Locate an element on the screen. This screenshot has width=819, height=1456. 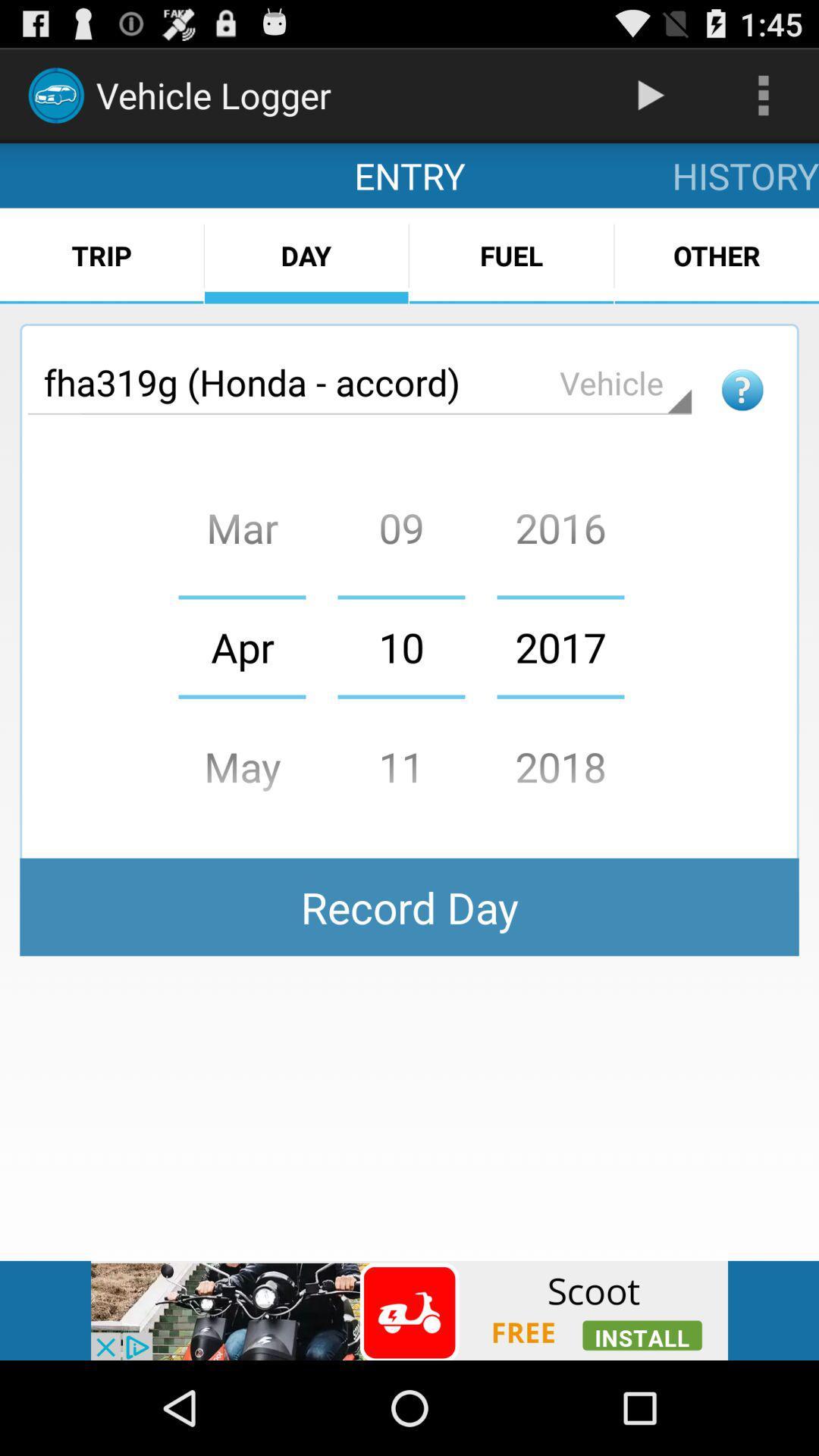
scoot option is located at coordinates (409, 1310).